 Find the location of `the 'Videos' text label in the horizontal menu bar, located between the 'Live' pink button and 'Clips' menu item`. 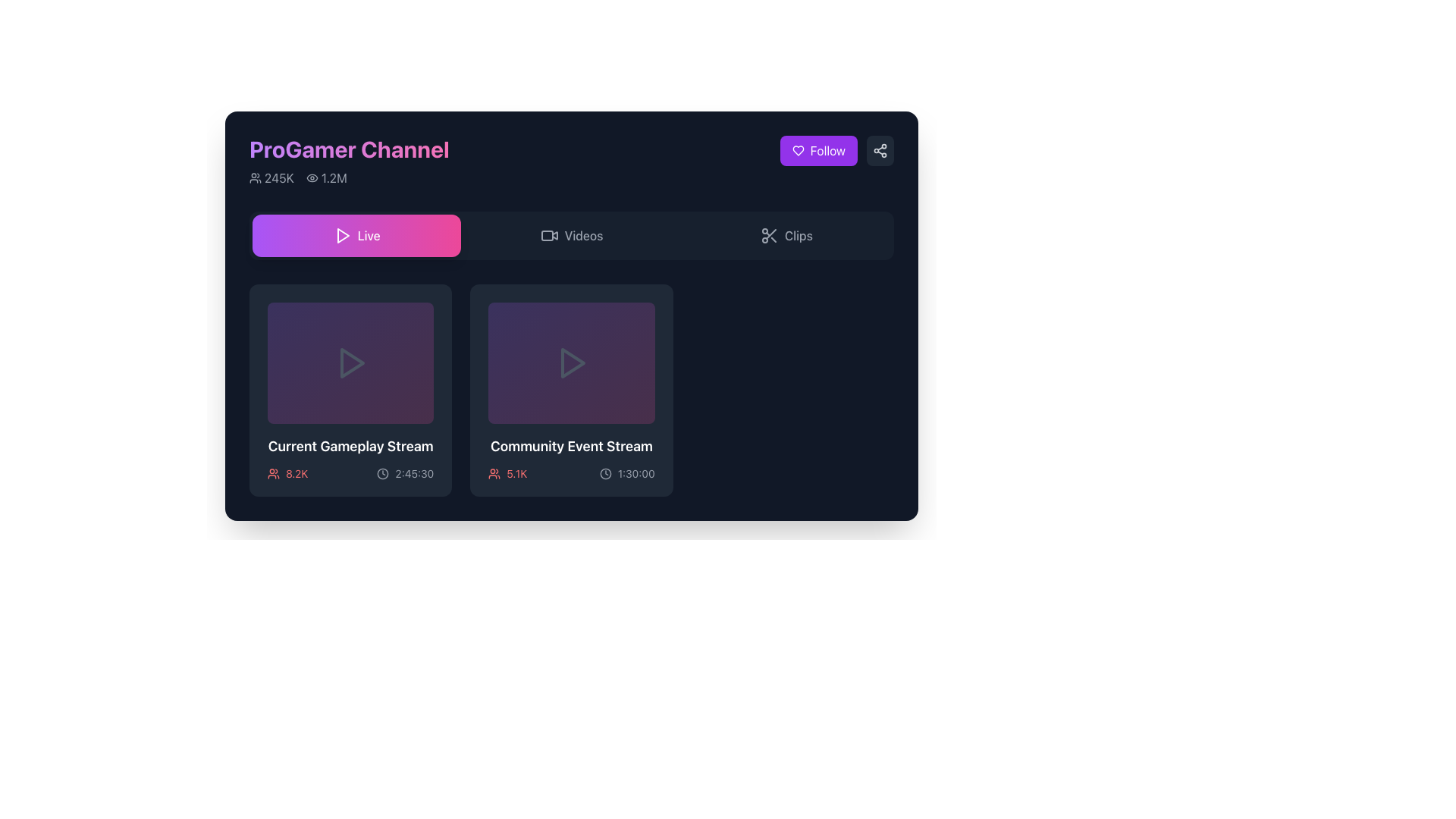

the 'Videos' text label in the horizontal menu bar, located between the 'Live' pink button and 'Clips' menu item is located at coordinates (582, 236).